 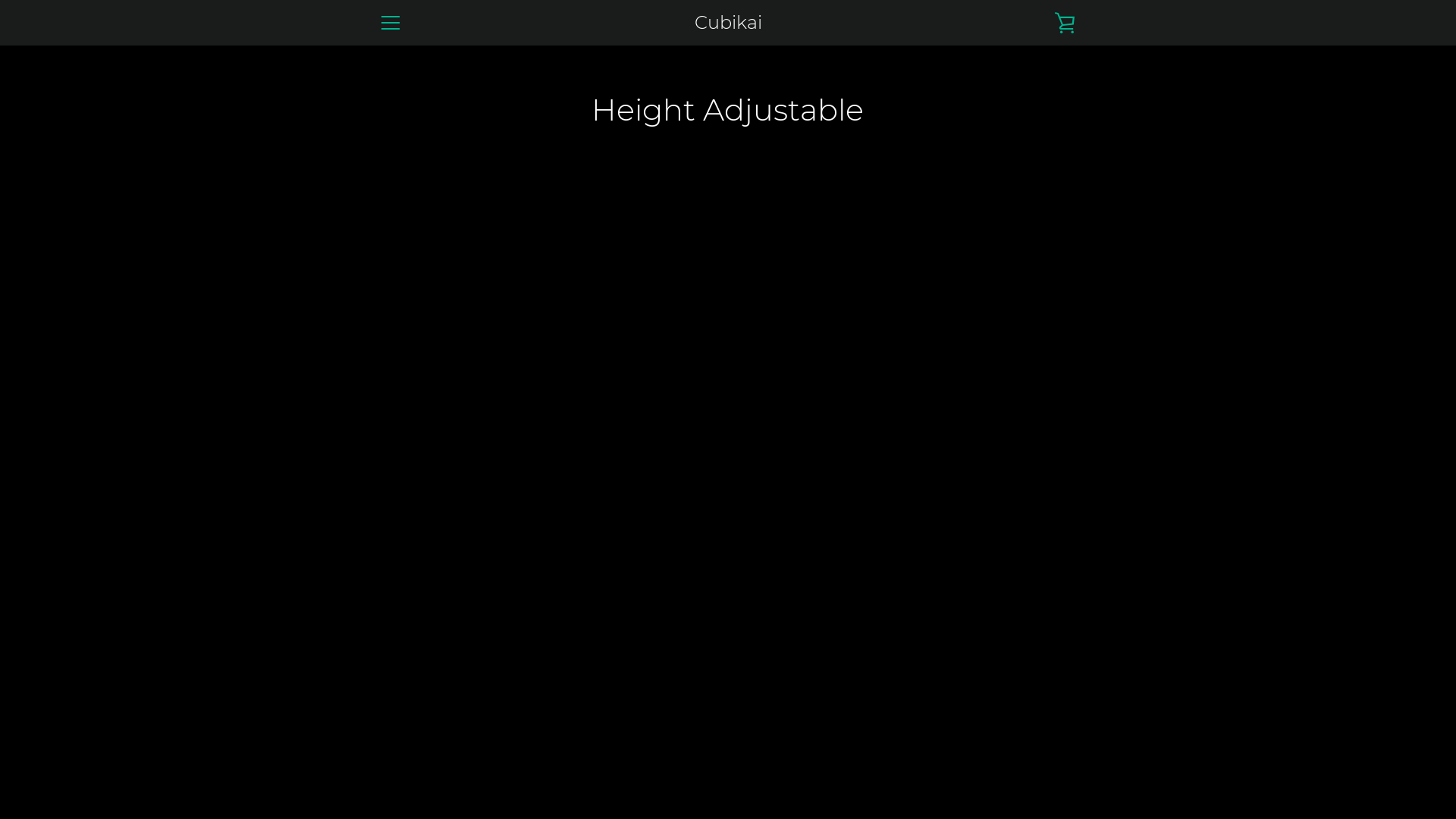 I want to click on 'Skip to content', so click(x=0, y=0).